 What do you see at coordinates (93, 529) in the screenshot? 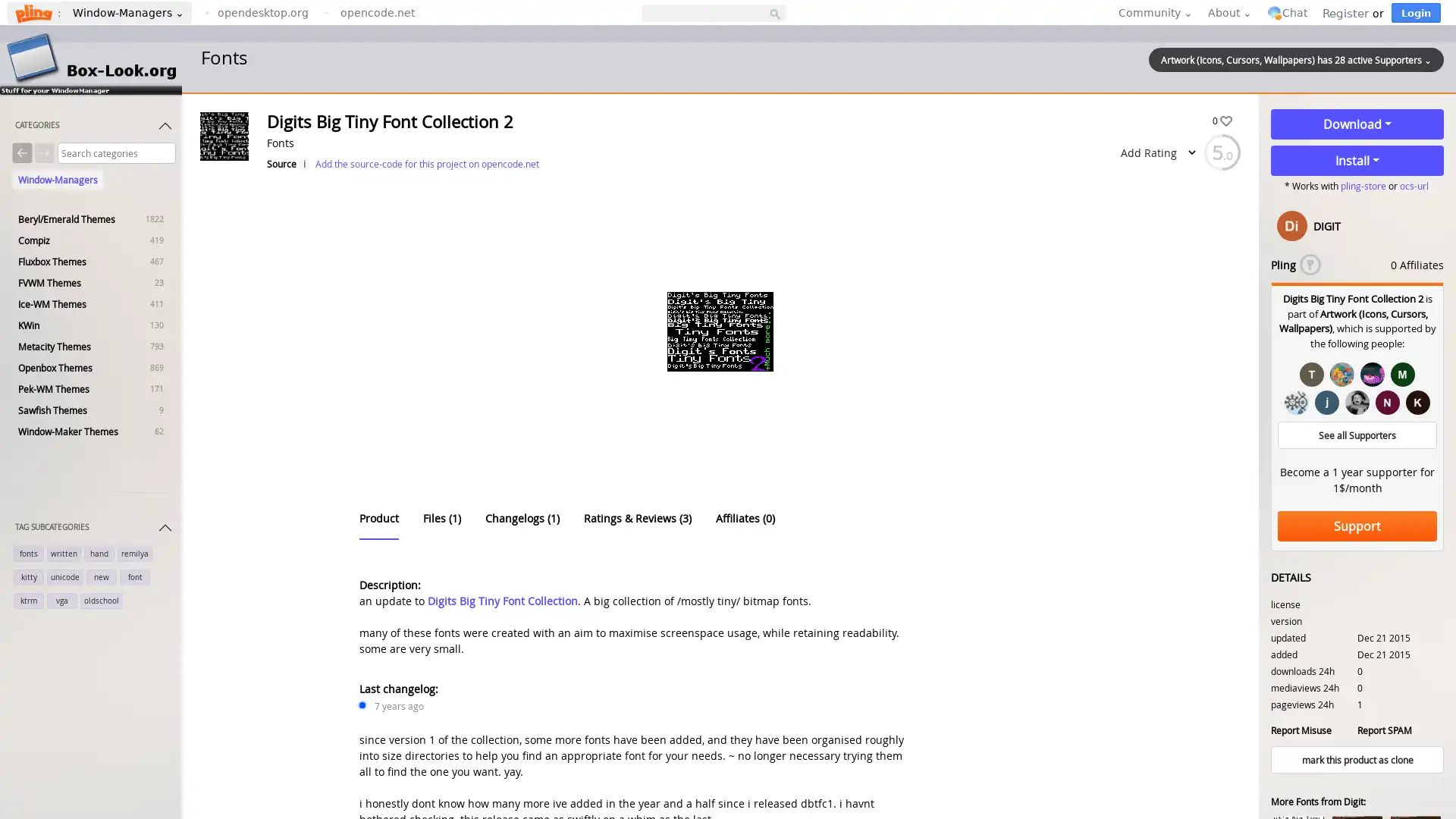
I see `TAG SUBCATEGORIES` at bounding box center [93, 529].